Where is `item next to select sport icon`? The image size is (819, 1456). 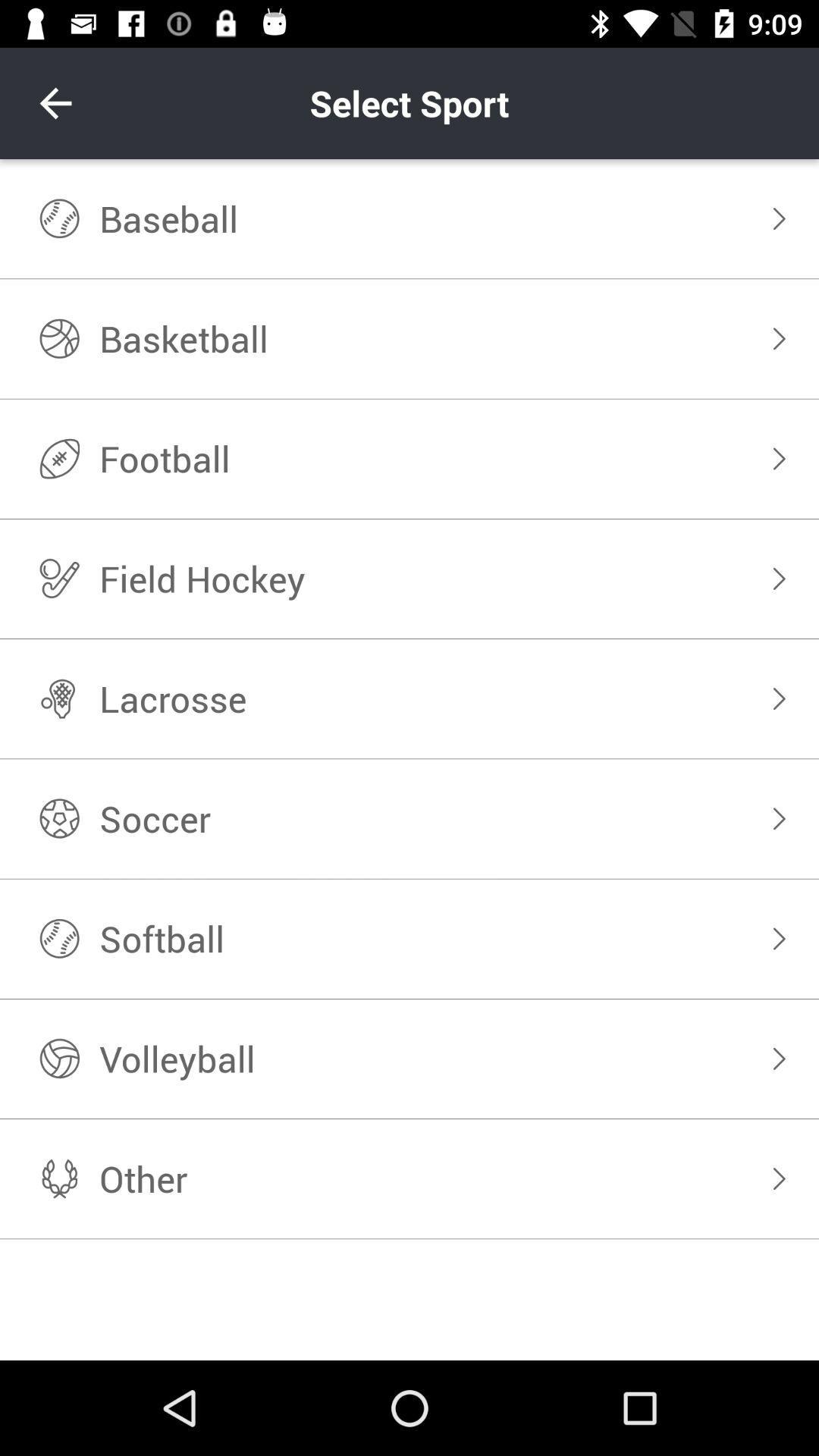 item next to select sport icon is located at coordinates (55, 102).